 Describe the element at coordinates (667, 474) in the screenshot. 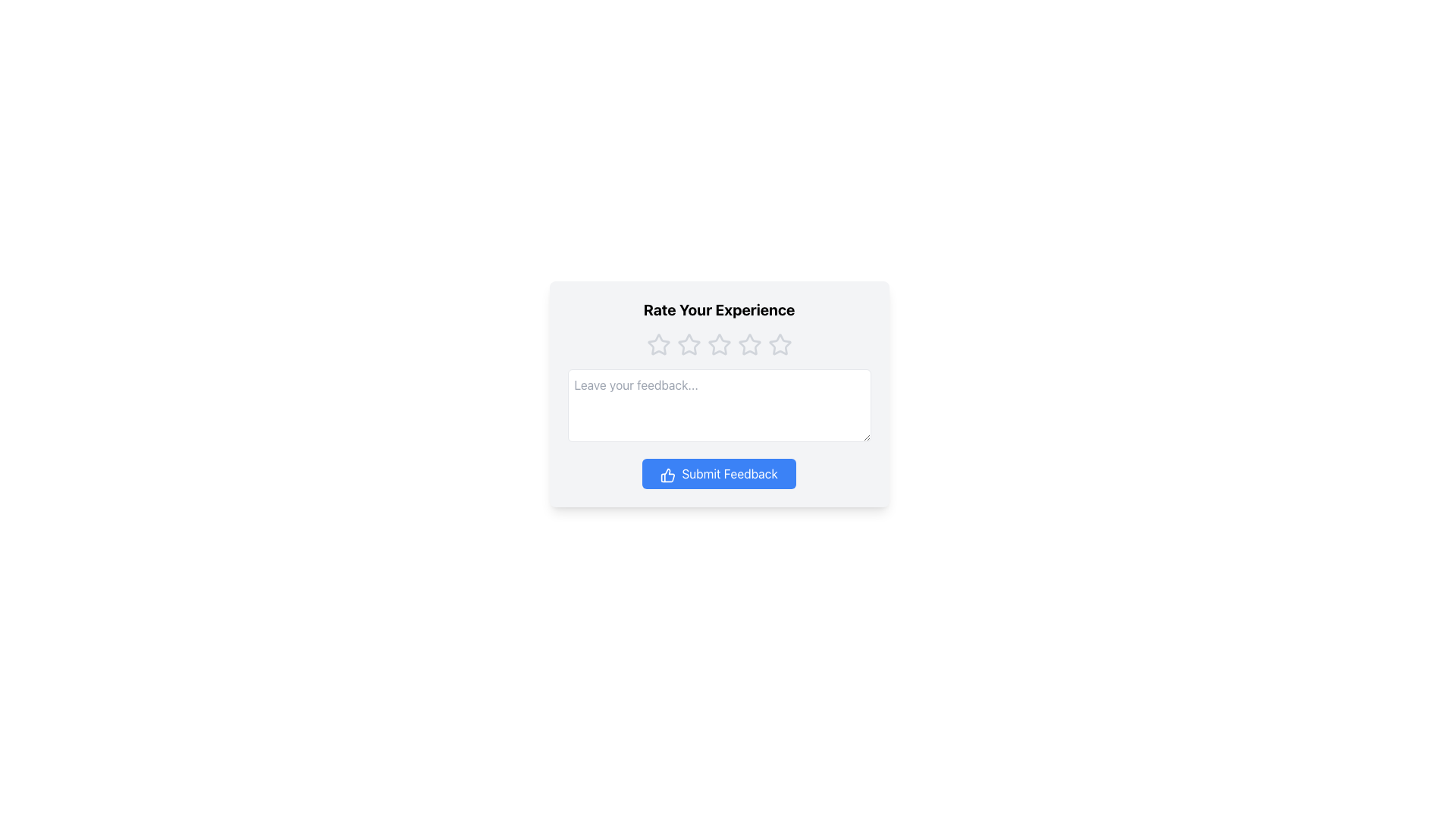

I see `the blue thumbs-up icon with a white outline, which is embedded within the 'Submit Feedback' button located below the feedback form` at that location.